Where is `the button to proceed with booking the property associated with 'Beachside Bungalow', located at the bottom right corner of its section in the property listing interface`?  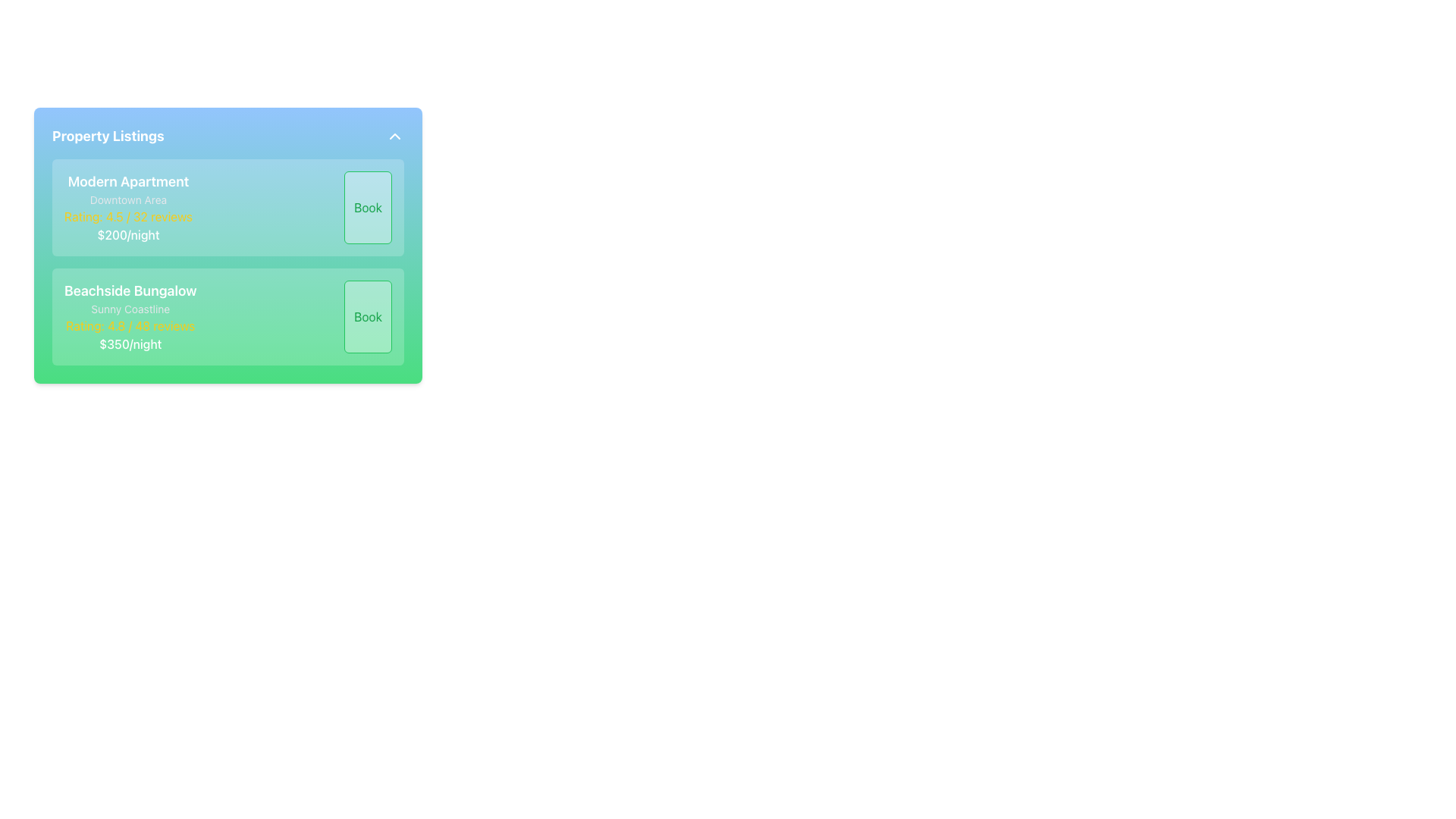 the button to proceed with booking the property associated with 'Beachside Bungalow', located at the bottom right corner of its section in the property listing interface is located at coordinates (368, 315).